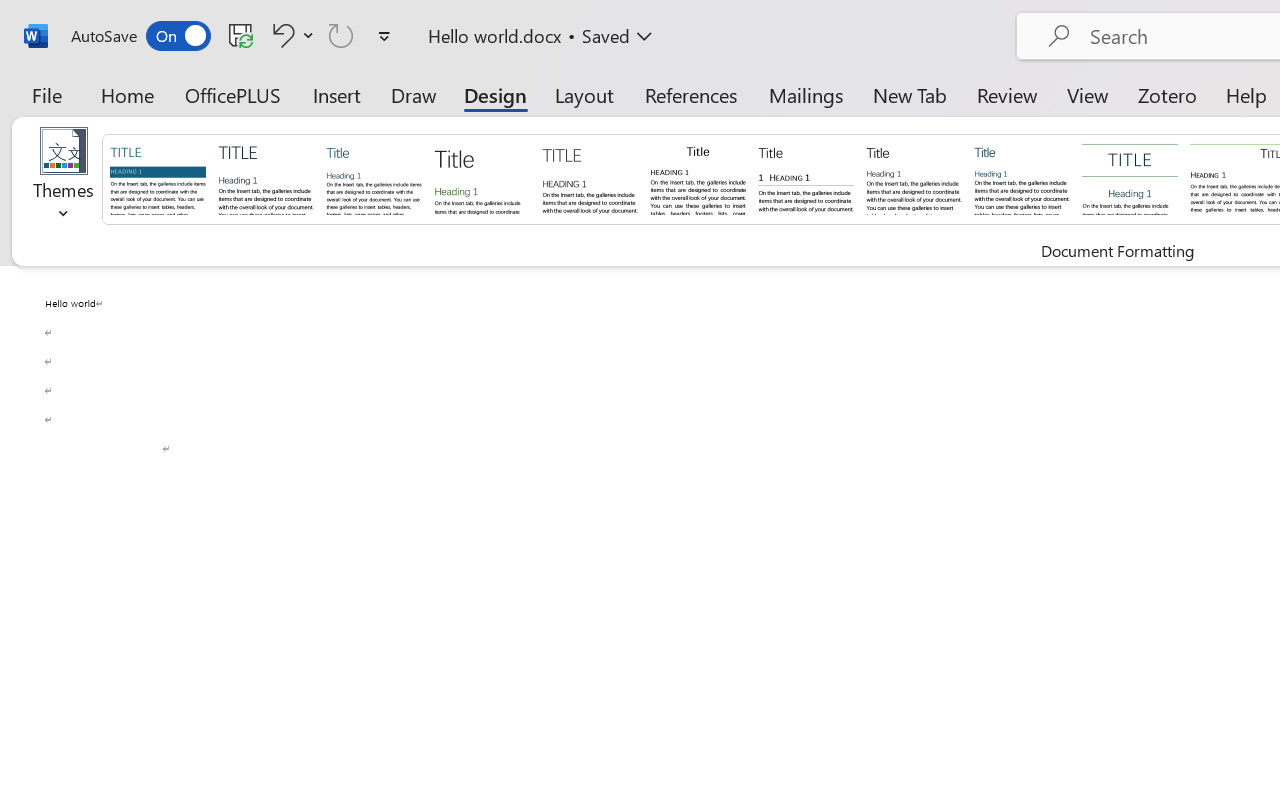 The width and height of the screenshot is (1280, 800). I want to click on 'More Options', so click(308, 34).